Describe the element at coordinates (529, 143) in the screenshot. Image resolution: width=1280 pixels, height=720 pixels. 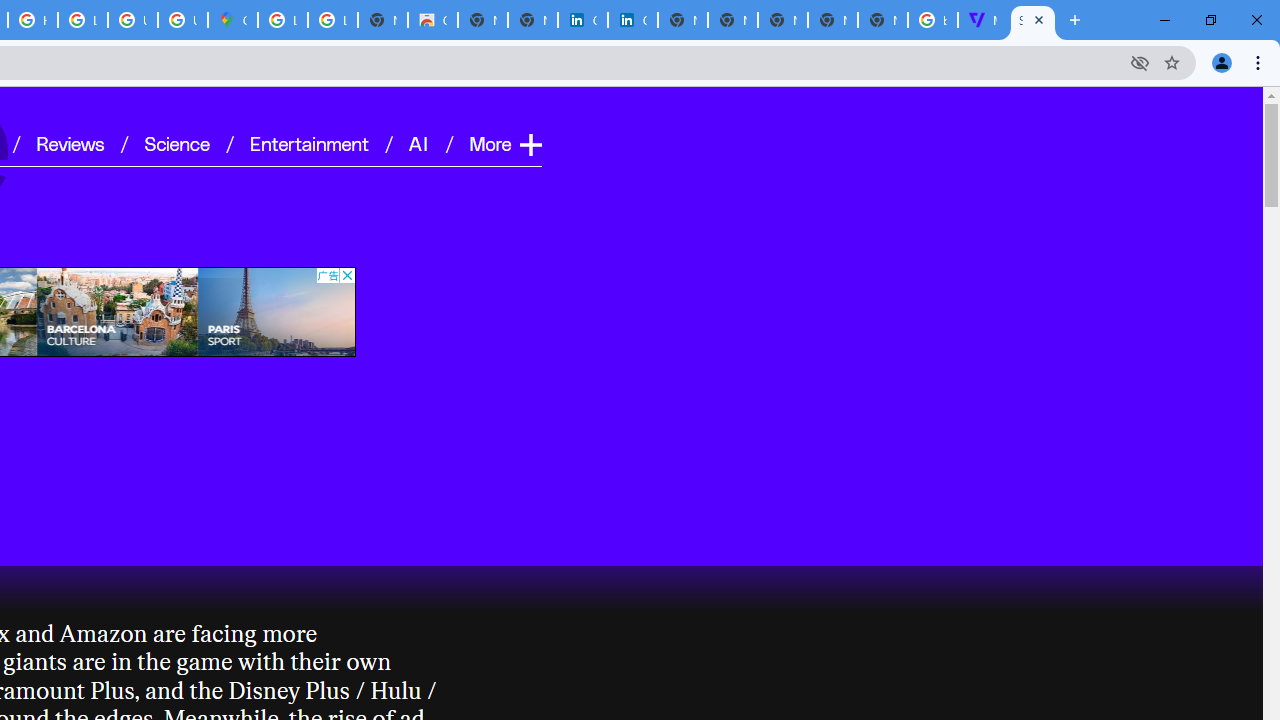
I see `'Expand'` at that location.